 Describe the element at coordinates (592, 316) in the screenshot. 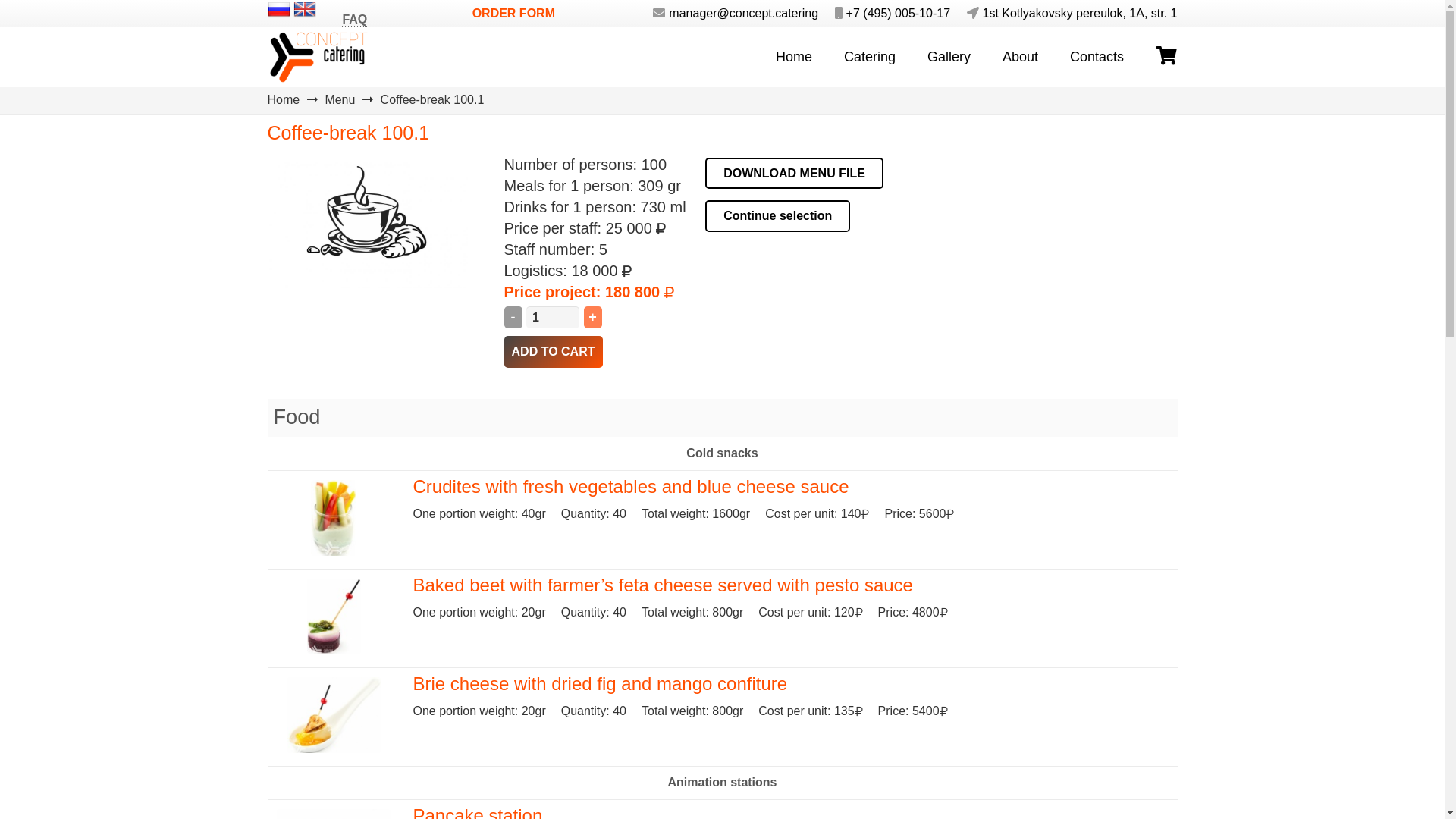

I see `'+'` at that location.